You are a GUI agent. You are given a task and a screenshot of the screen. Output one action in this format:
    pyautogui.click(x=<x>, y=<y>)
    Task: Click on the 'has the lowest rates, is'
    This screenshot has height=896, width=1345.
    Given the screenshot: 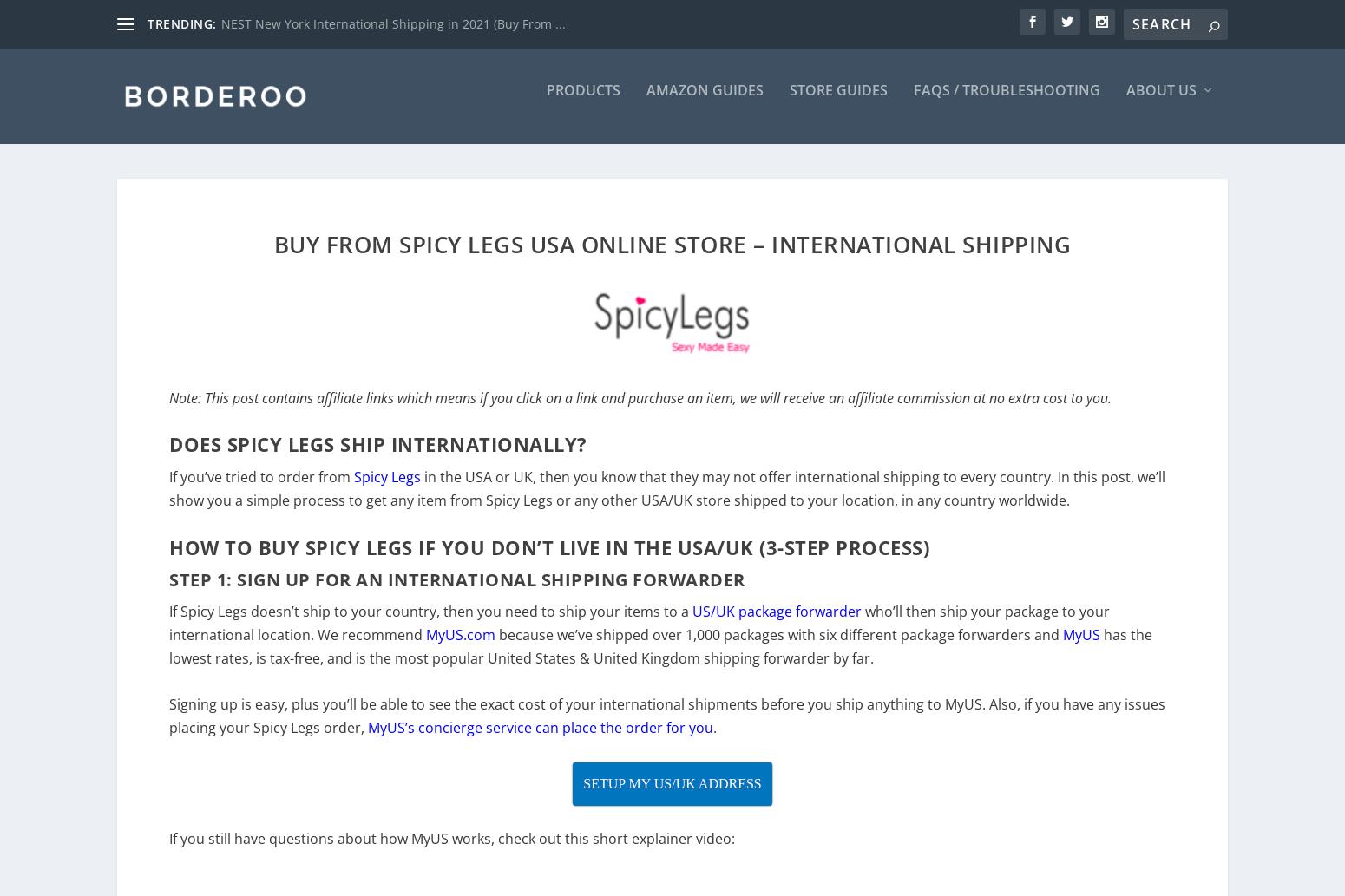 What is the action you would take?
    pyautogui.click(x=660, y=657)
    